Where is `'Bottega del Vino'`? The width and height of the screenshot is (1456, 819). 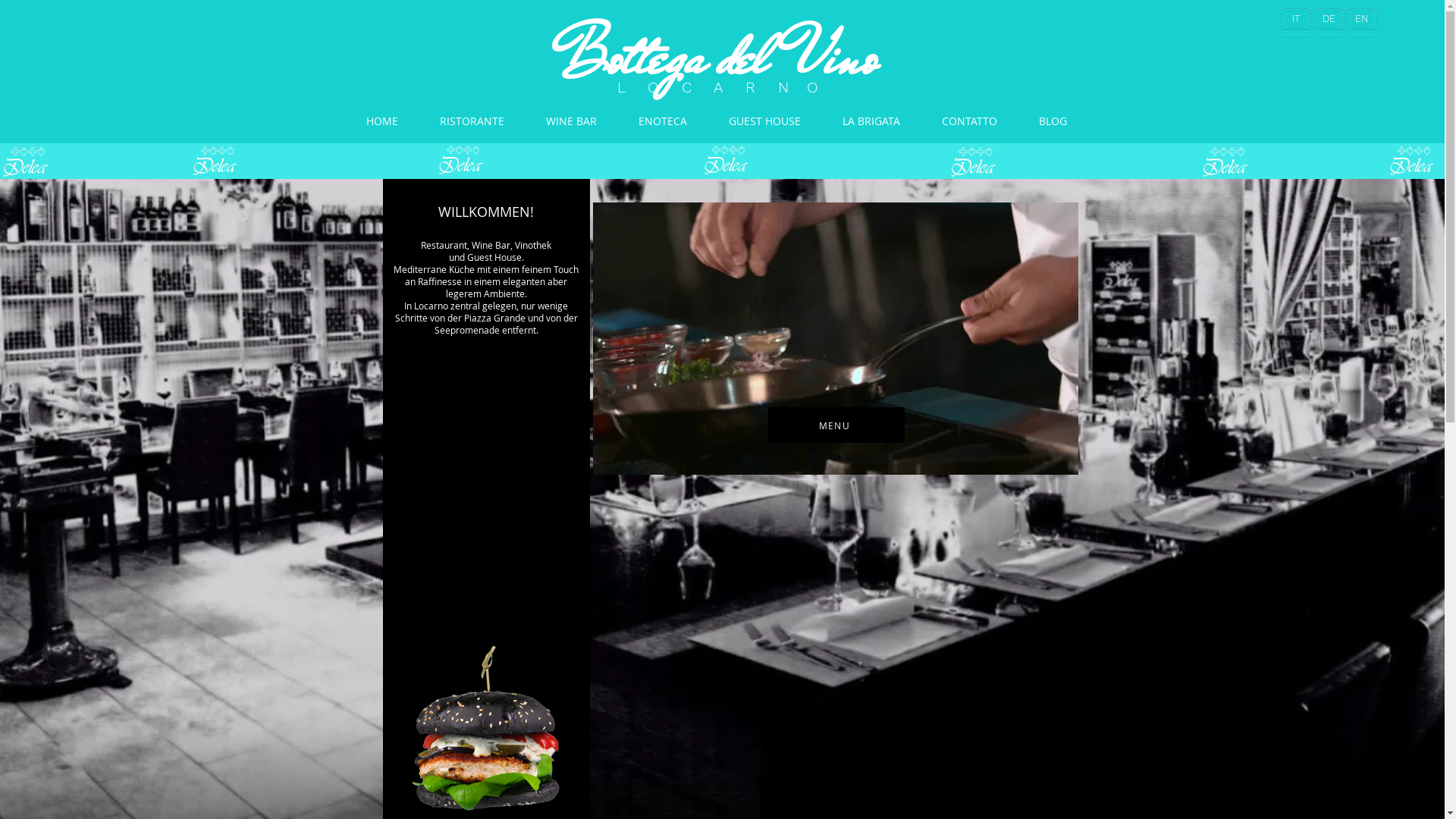
'Bottega del Vino' is located at coordinates (716, 57).